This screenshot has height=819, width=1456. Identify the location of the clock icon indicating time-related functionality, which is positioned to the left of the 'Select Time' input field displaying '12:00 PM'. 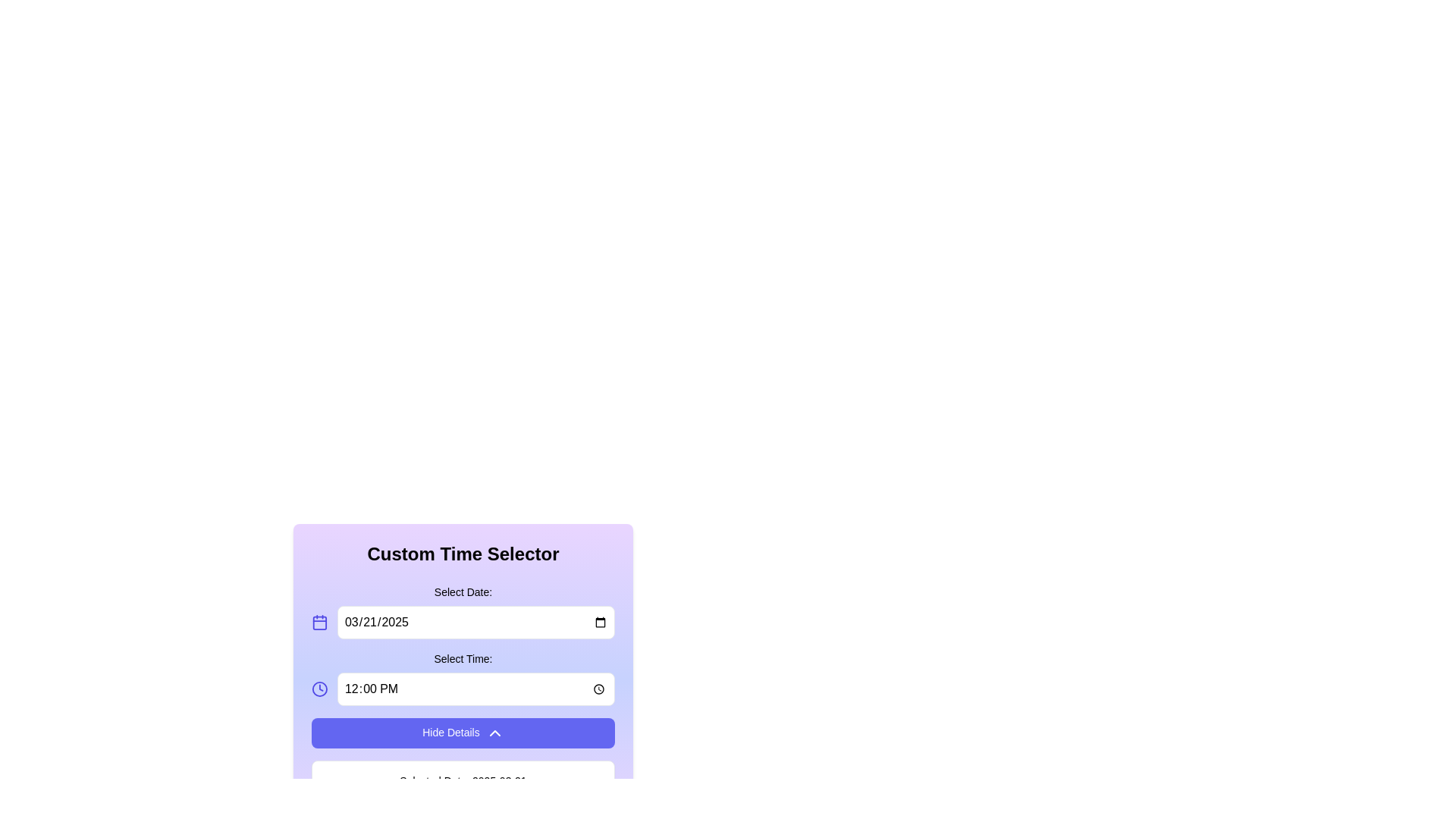
(319, 689).